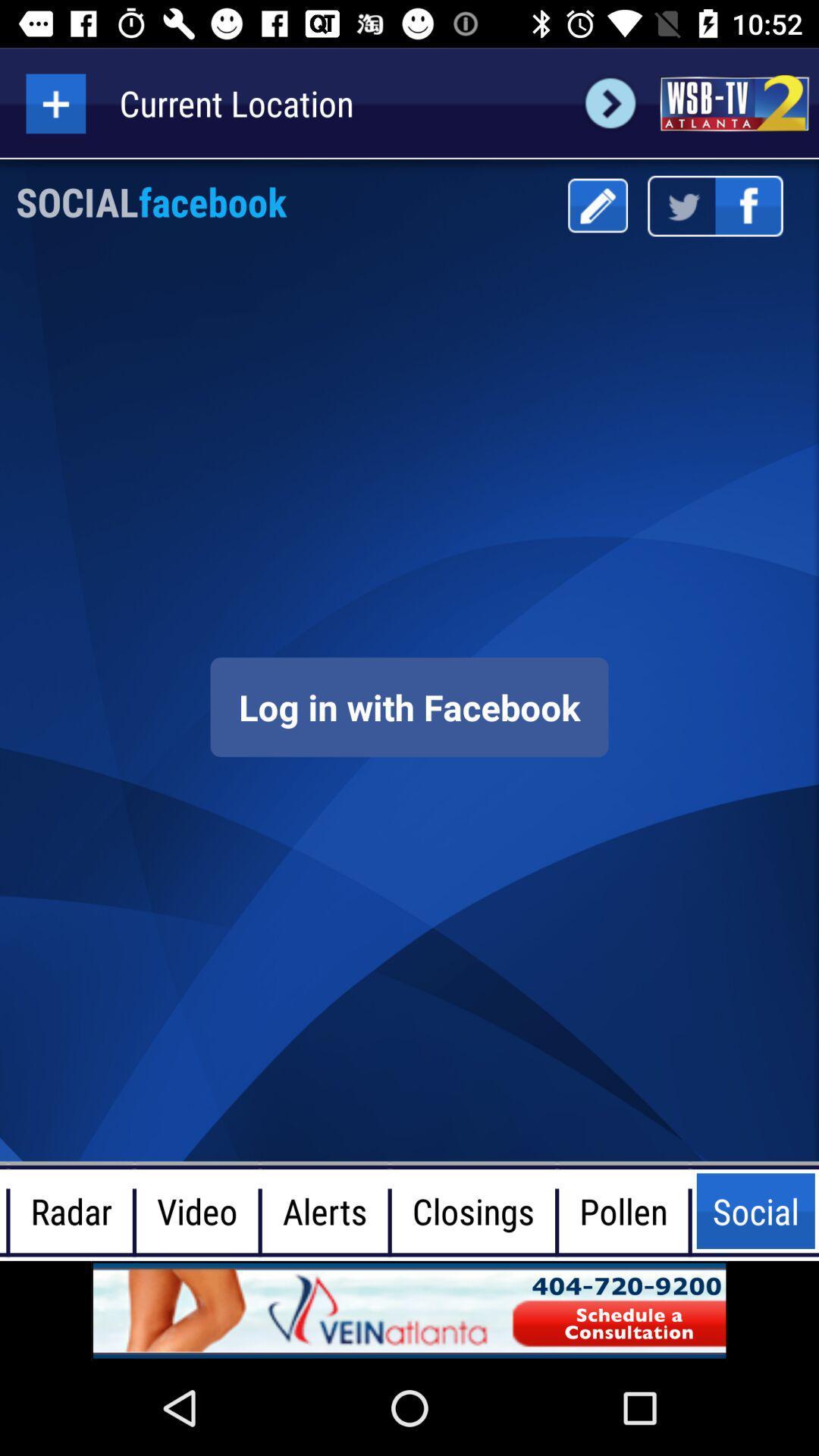 The height and width of the screenshot is (1456, 819). Describe the element at coordinates (409, 706) in the screenshot. I see `log in with facebook` at that location.